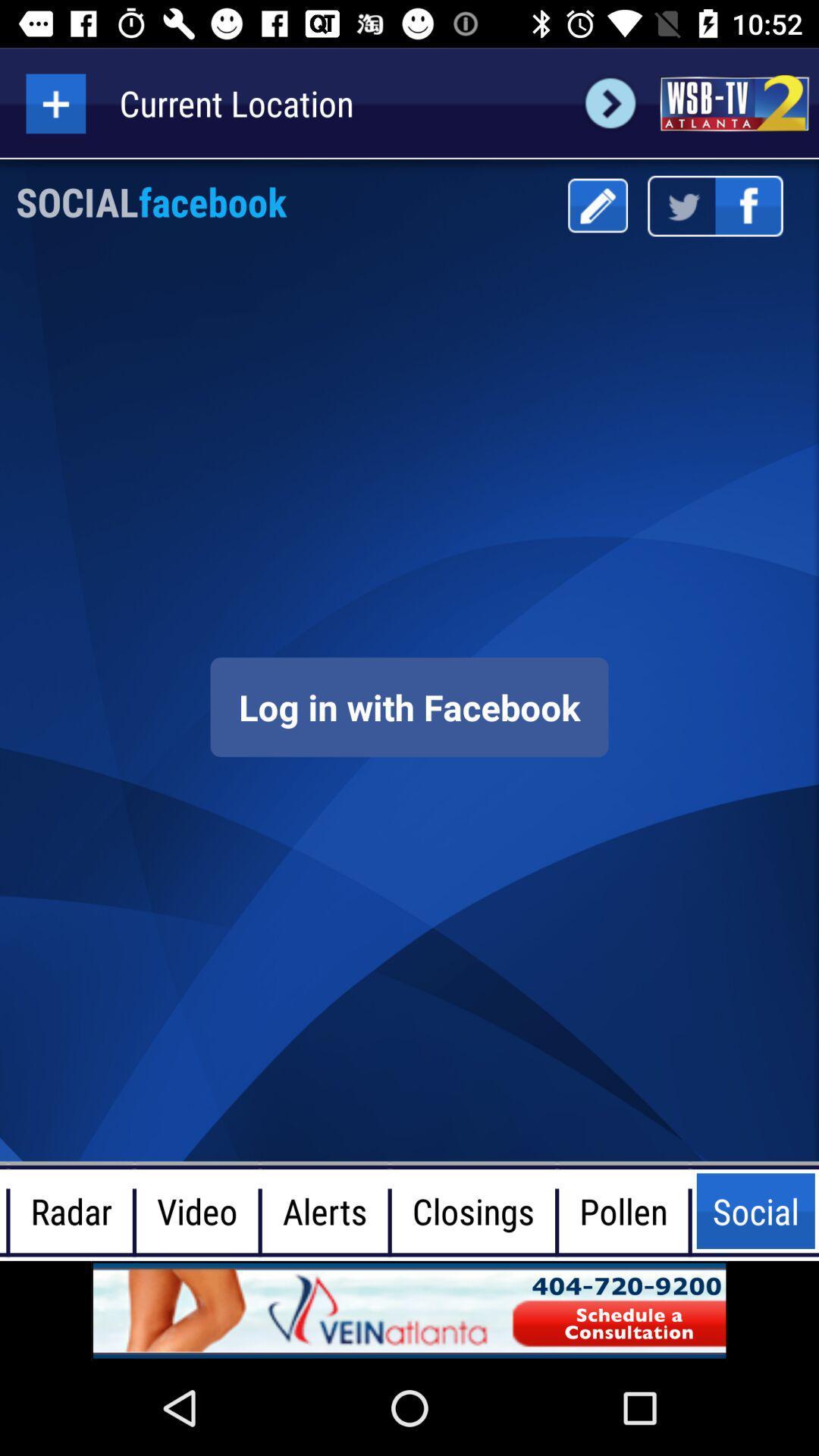 The height and width of the screenshot is (1456, 819). Describe the element at coordinates (409, 706) in the screenshot. I see `log in with facebook` at that location.